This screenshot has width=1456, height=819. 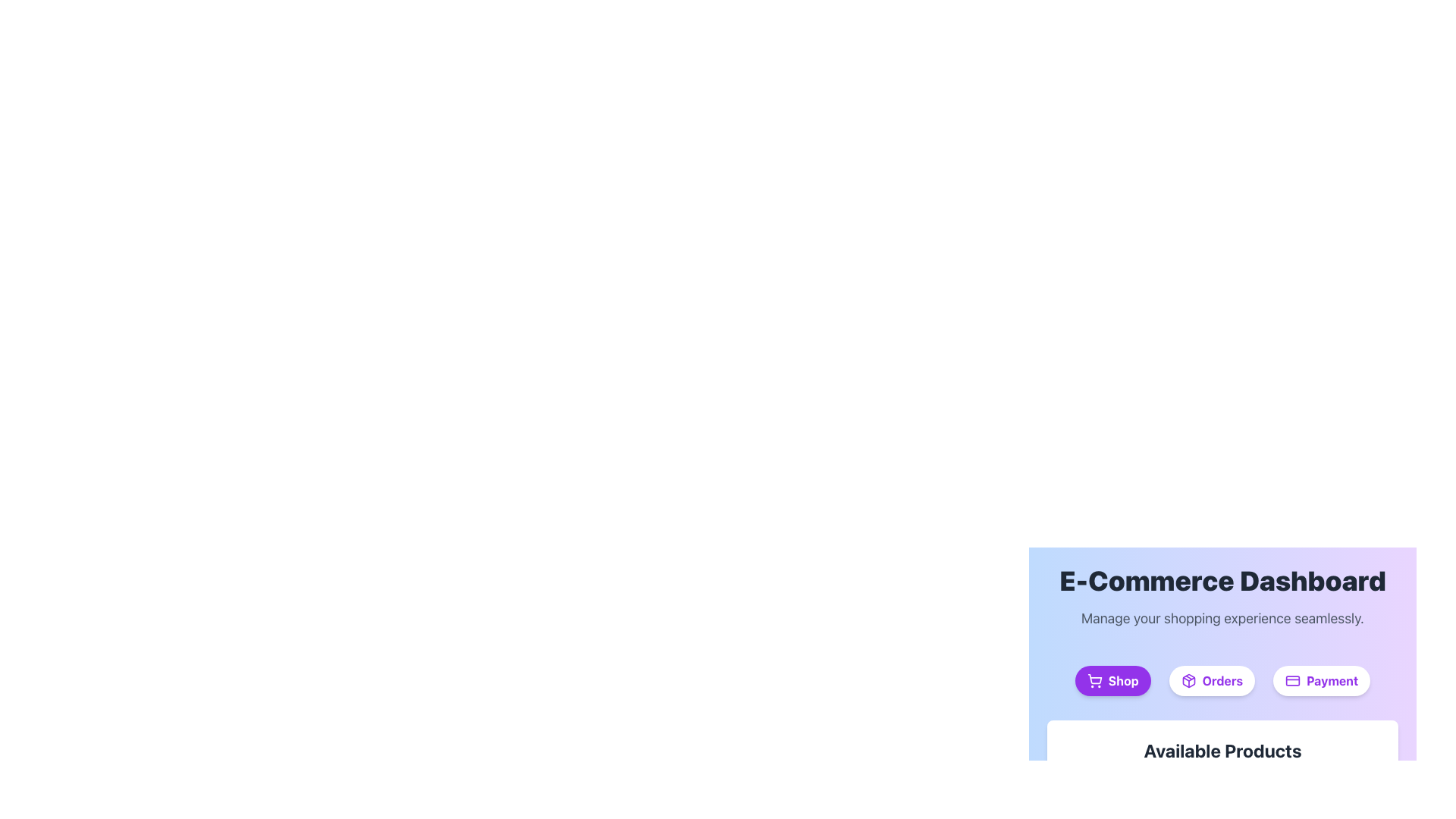 I want to click on the 'Orders' button with a white background and purple text, so click(x=1211, y=680).